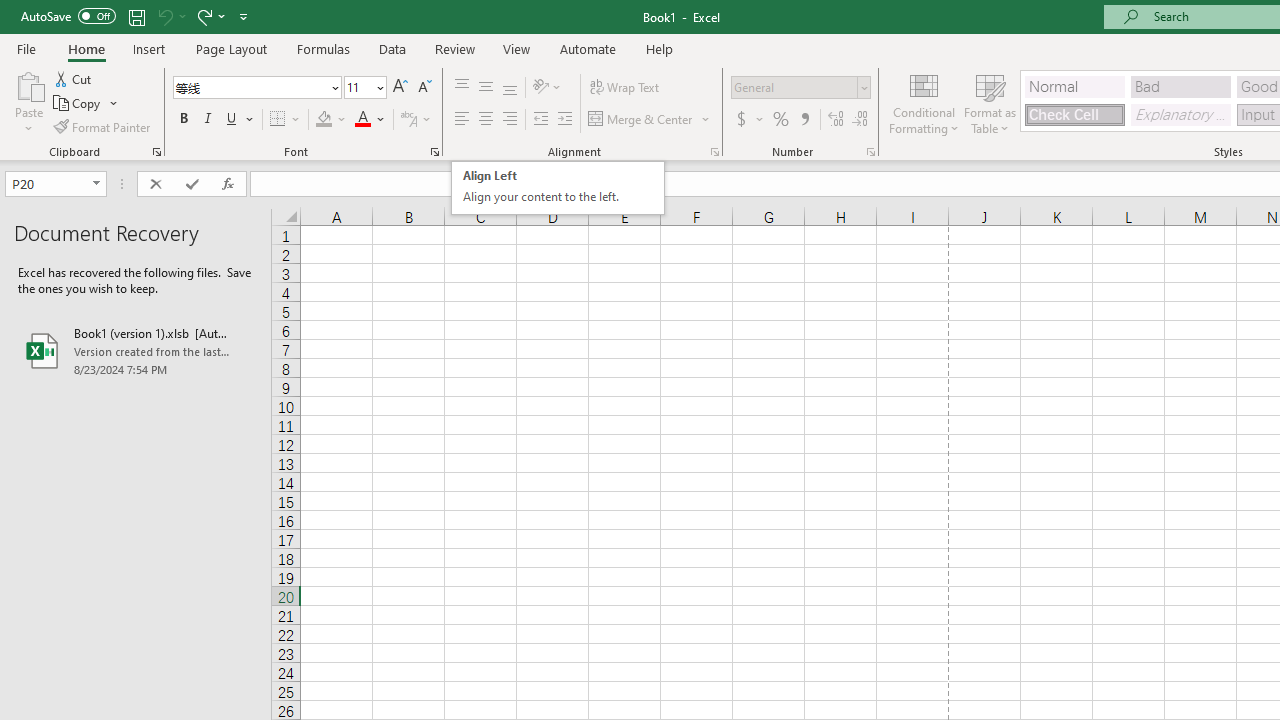  I want to click on 'Paste', so click(28, 103).